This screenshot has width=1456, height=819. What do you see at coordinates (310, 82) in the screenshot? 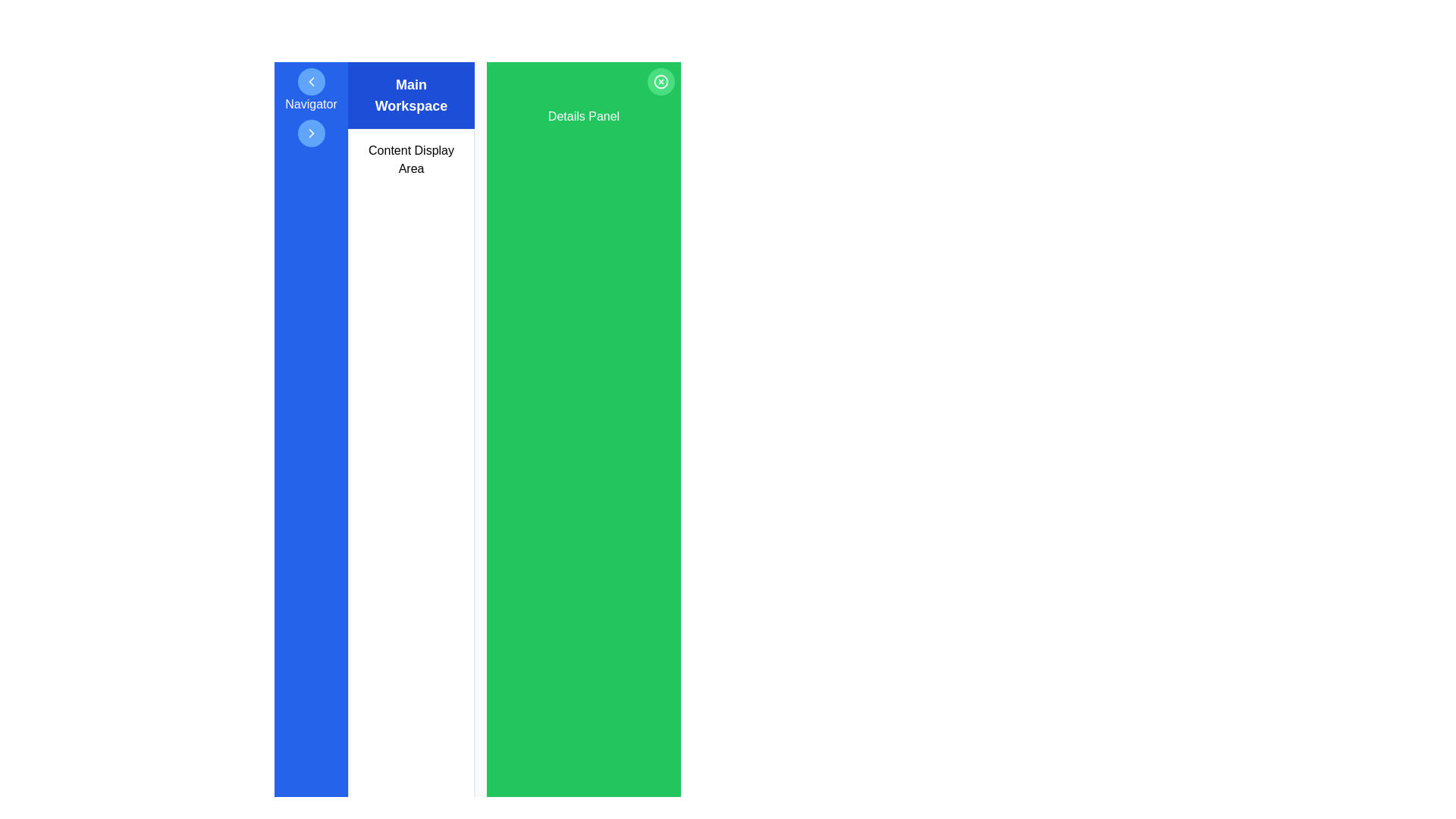
I see `the chevron left vector graphic icon located within the round button on the left navigation panel, which is the second interactive icon below the 'Navigator' label` at bounding box center [310, 82].